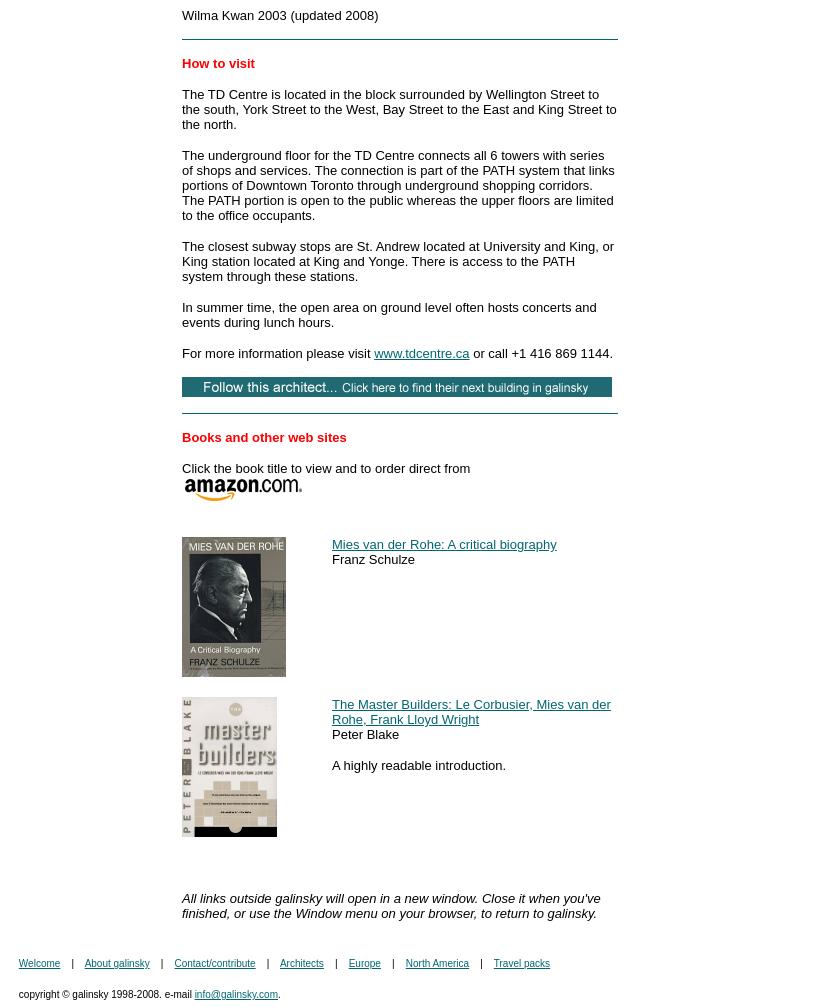  What do you see at coordinates (263, 437) in the screenshot?
I see `'Books and other web
    sites'` at bounding box center [263, 437].